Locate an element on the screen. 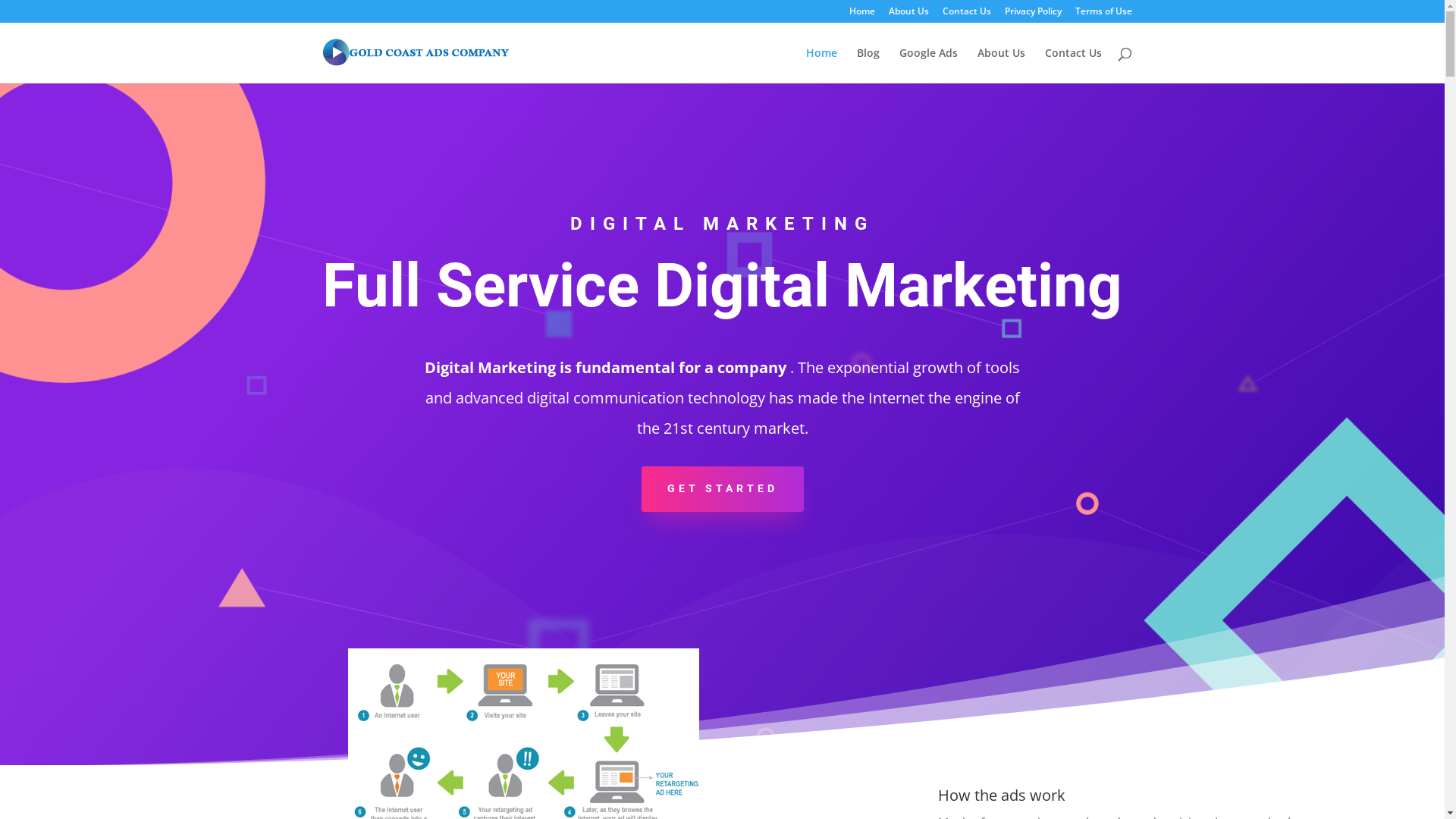 The width and height of the screenshot is (1456, 819). 'Terms of Use' is located at coordinates (1103, 14).